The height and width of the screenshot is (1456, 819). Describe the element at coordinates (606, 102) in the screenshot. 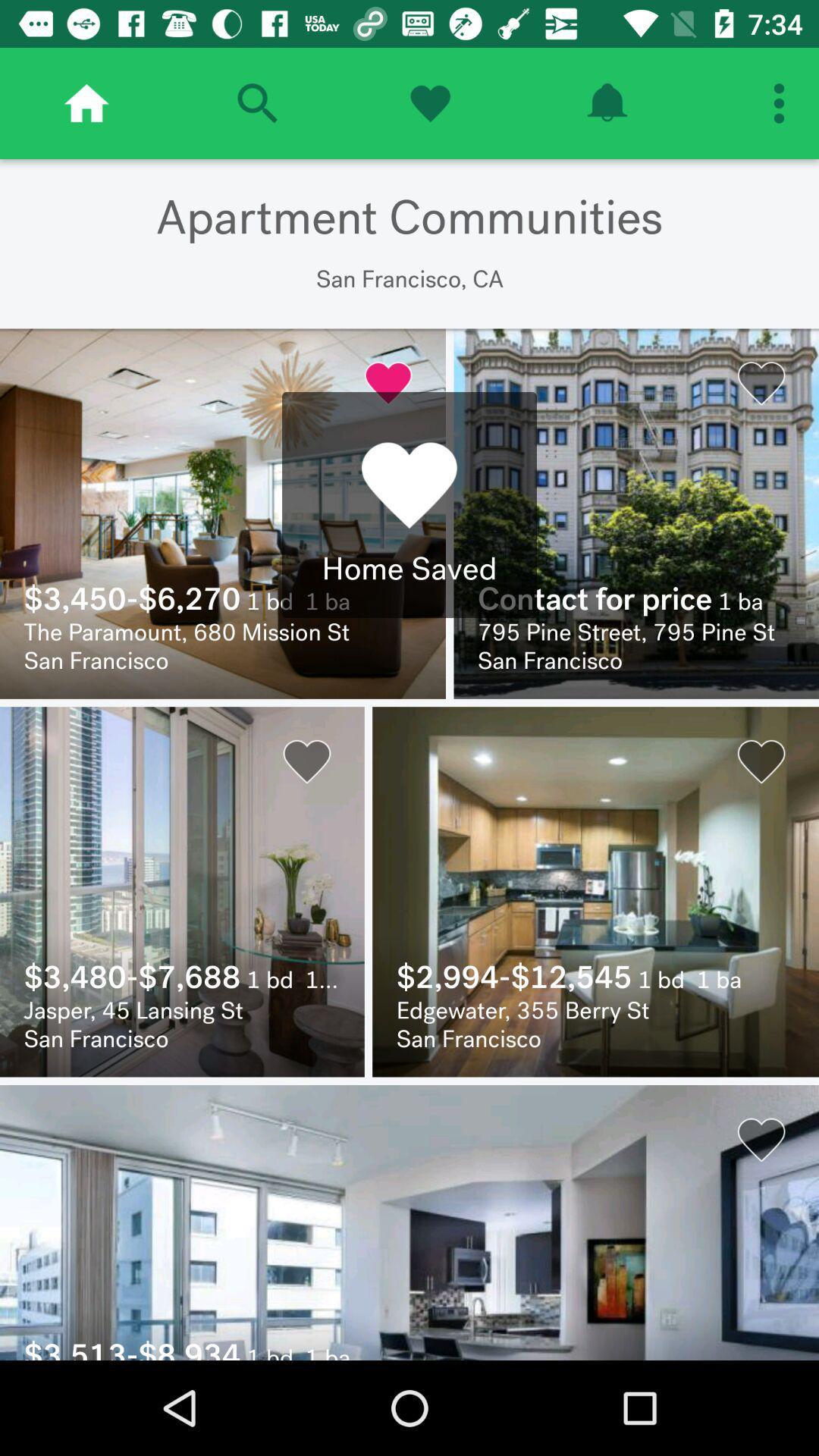

I see `show alerts` at that location.